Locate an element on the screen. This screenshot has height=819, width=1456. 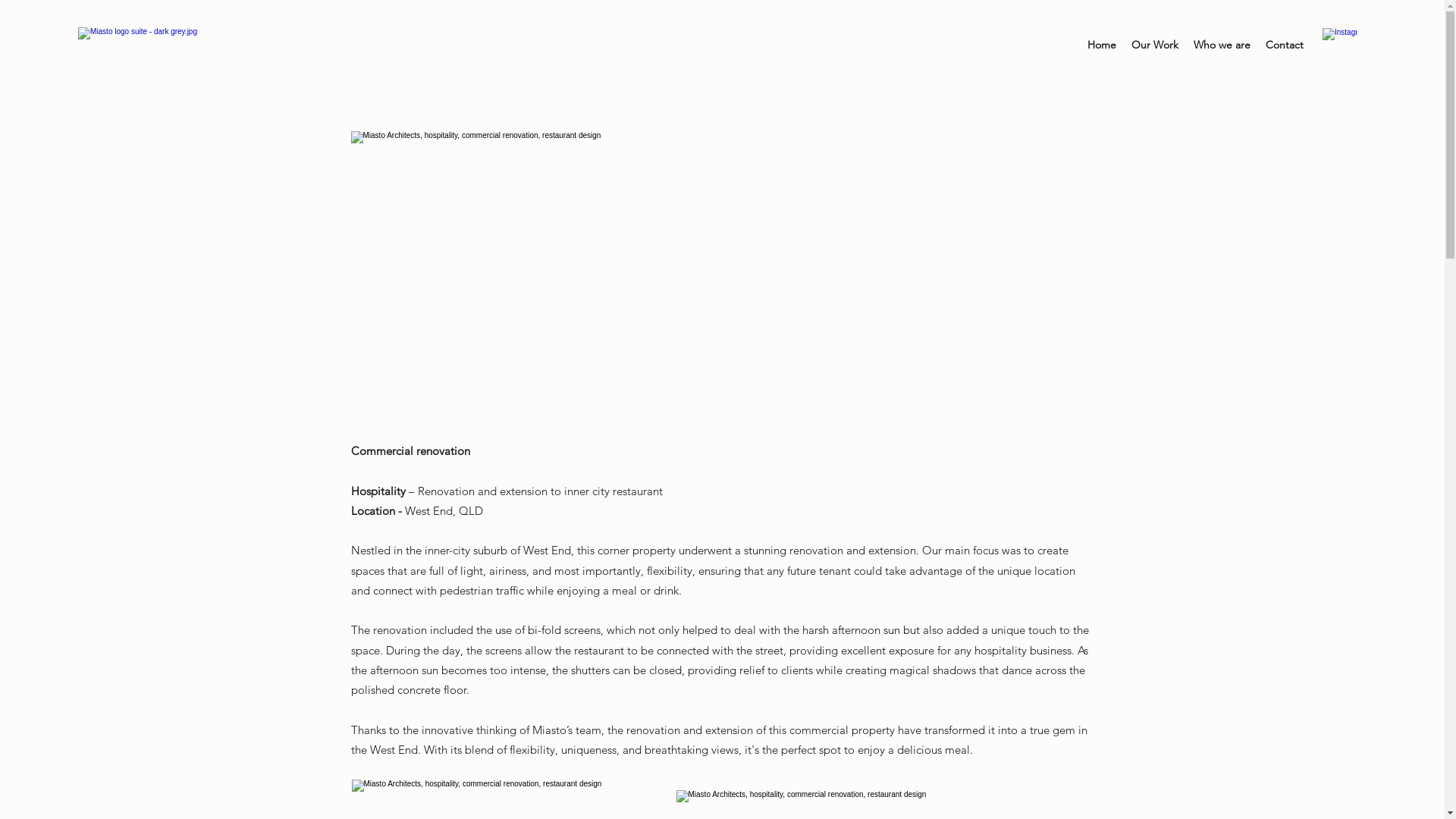
'Who we are' is located at coordinates (1222, 44).